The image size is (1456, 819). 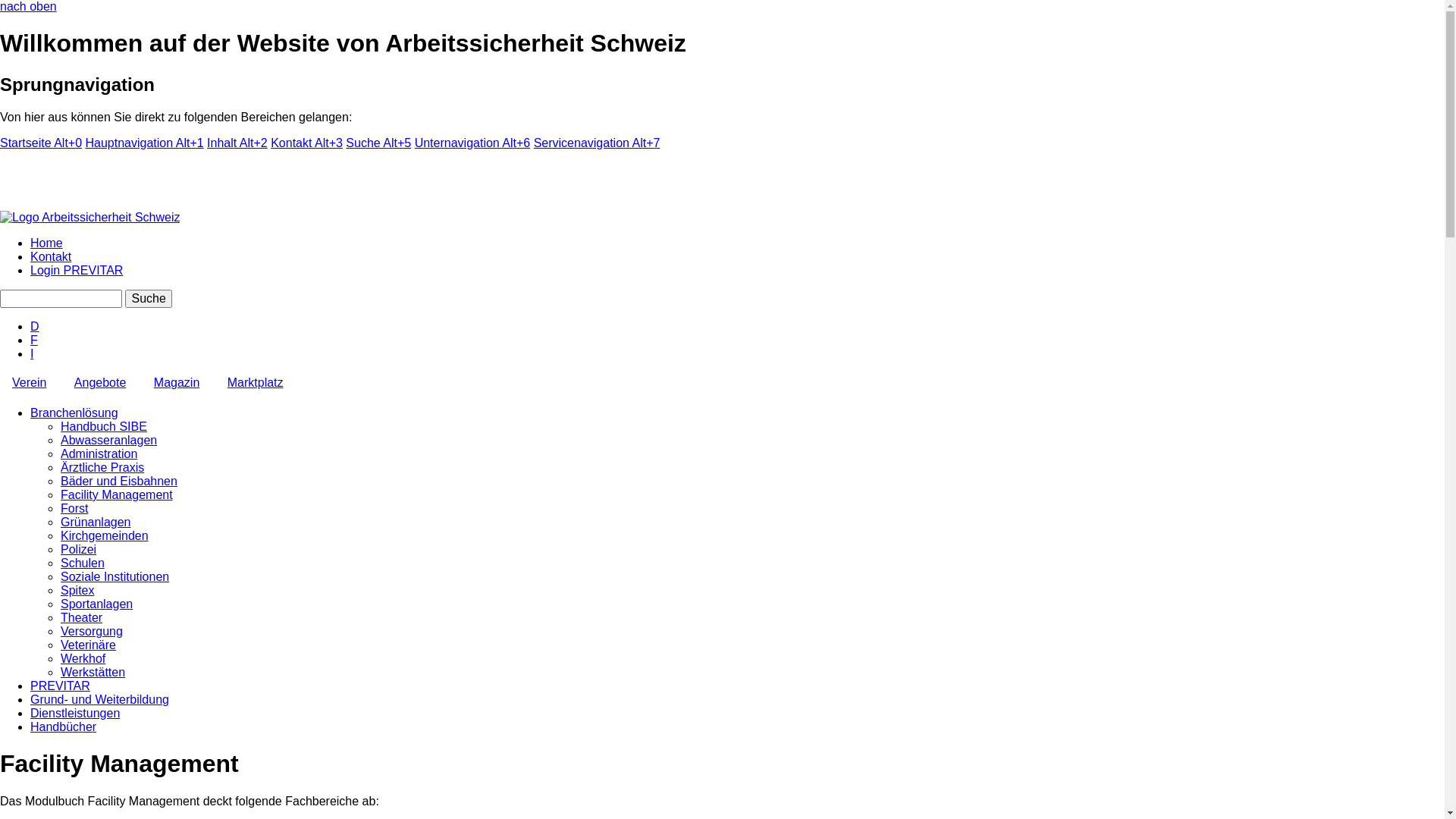 What do you see at coordinates (90, 631) in the screenshot?
I see `'Versorgung'` at bounding box center [90, 631].